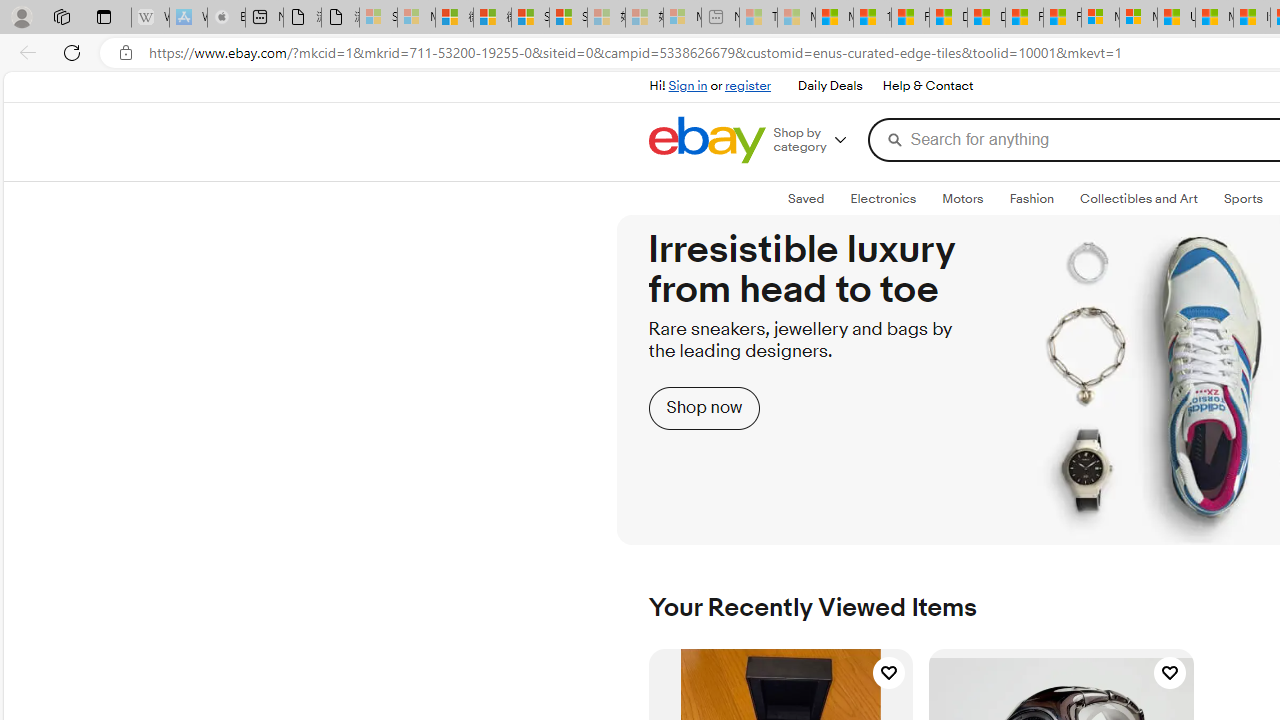 The height and width of the screenshot is (720, 1280). I want to click on 'Help & Contact', so click(927, 86).